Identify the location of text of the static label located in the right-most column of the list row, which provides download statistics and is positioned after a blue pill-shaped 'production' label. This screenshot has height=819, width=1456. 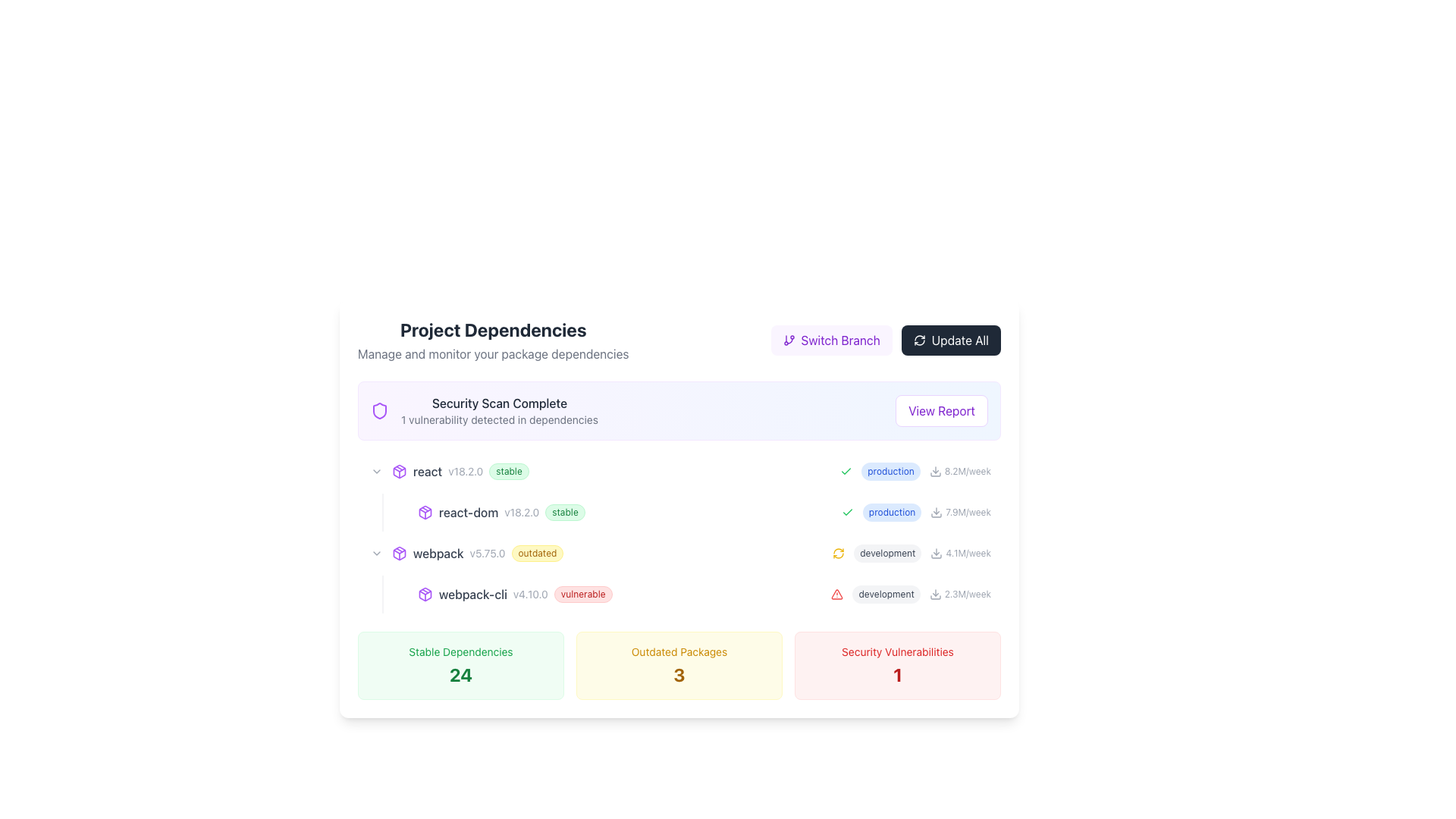
(967, 470).